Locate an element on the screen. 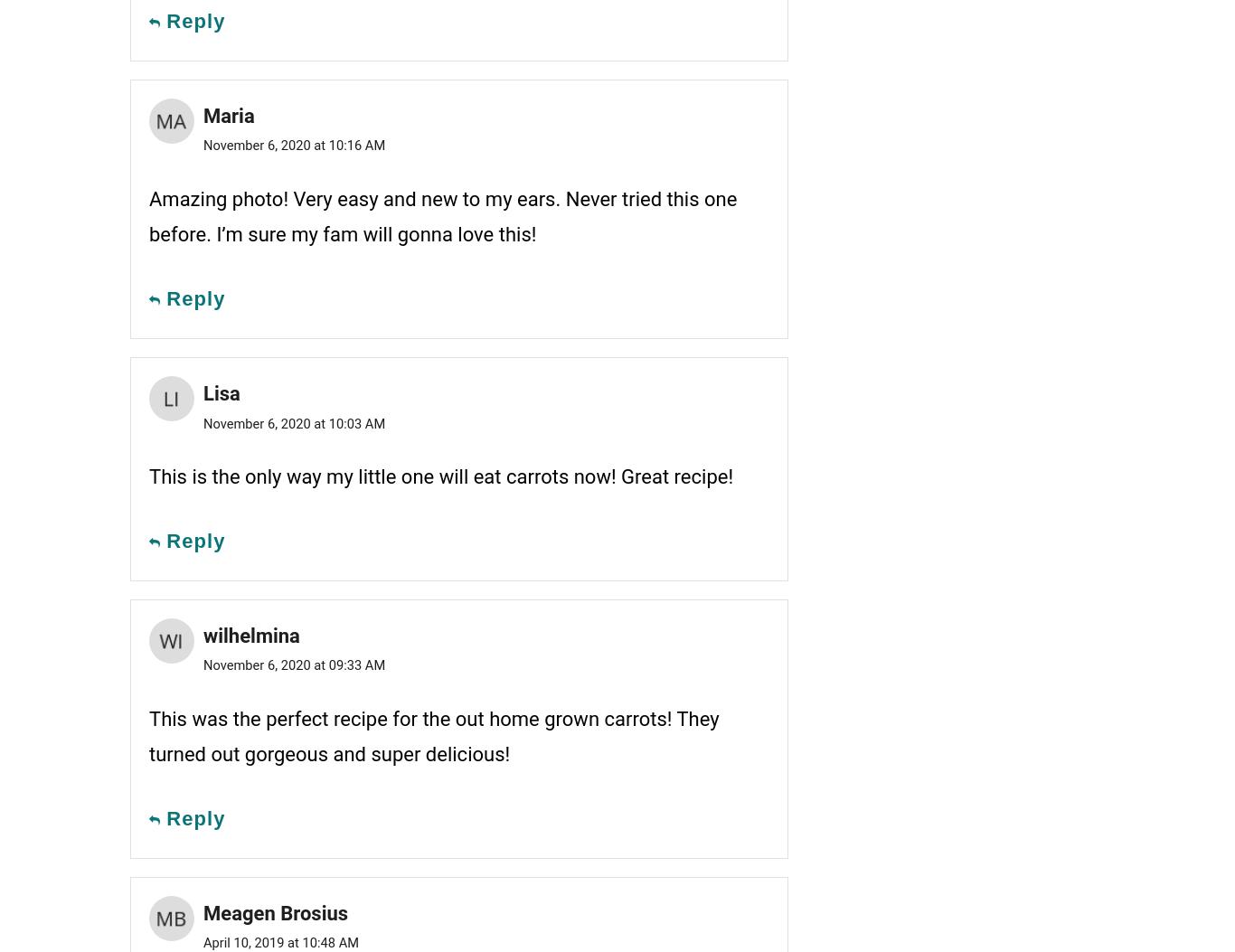  'wilhelmina' is located at coordinates (250, 635).